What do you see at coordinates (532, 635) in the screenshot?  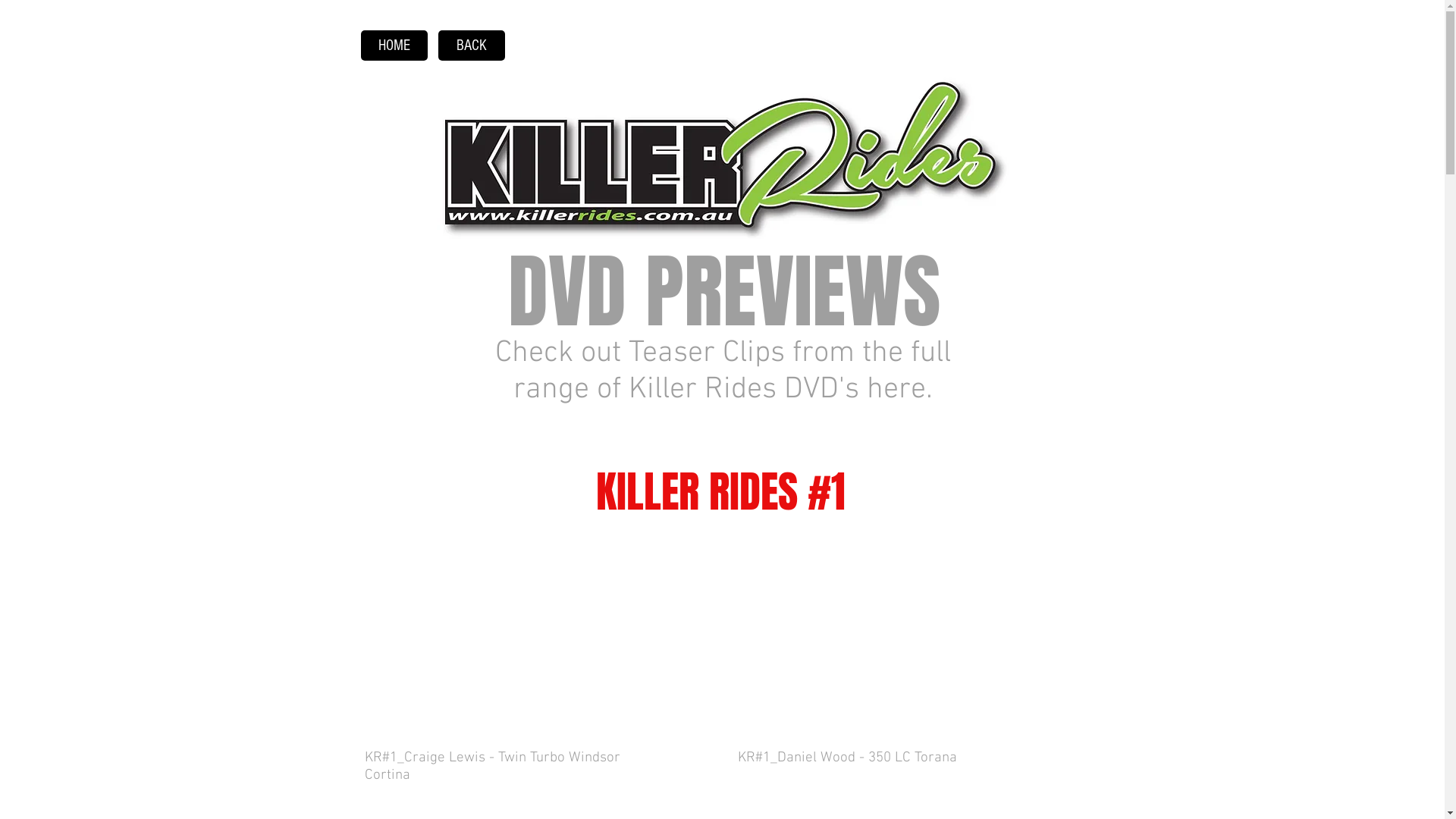 I see `'External YouTube'` at bounding box center [532, 635].